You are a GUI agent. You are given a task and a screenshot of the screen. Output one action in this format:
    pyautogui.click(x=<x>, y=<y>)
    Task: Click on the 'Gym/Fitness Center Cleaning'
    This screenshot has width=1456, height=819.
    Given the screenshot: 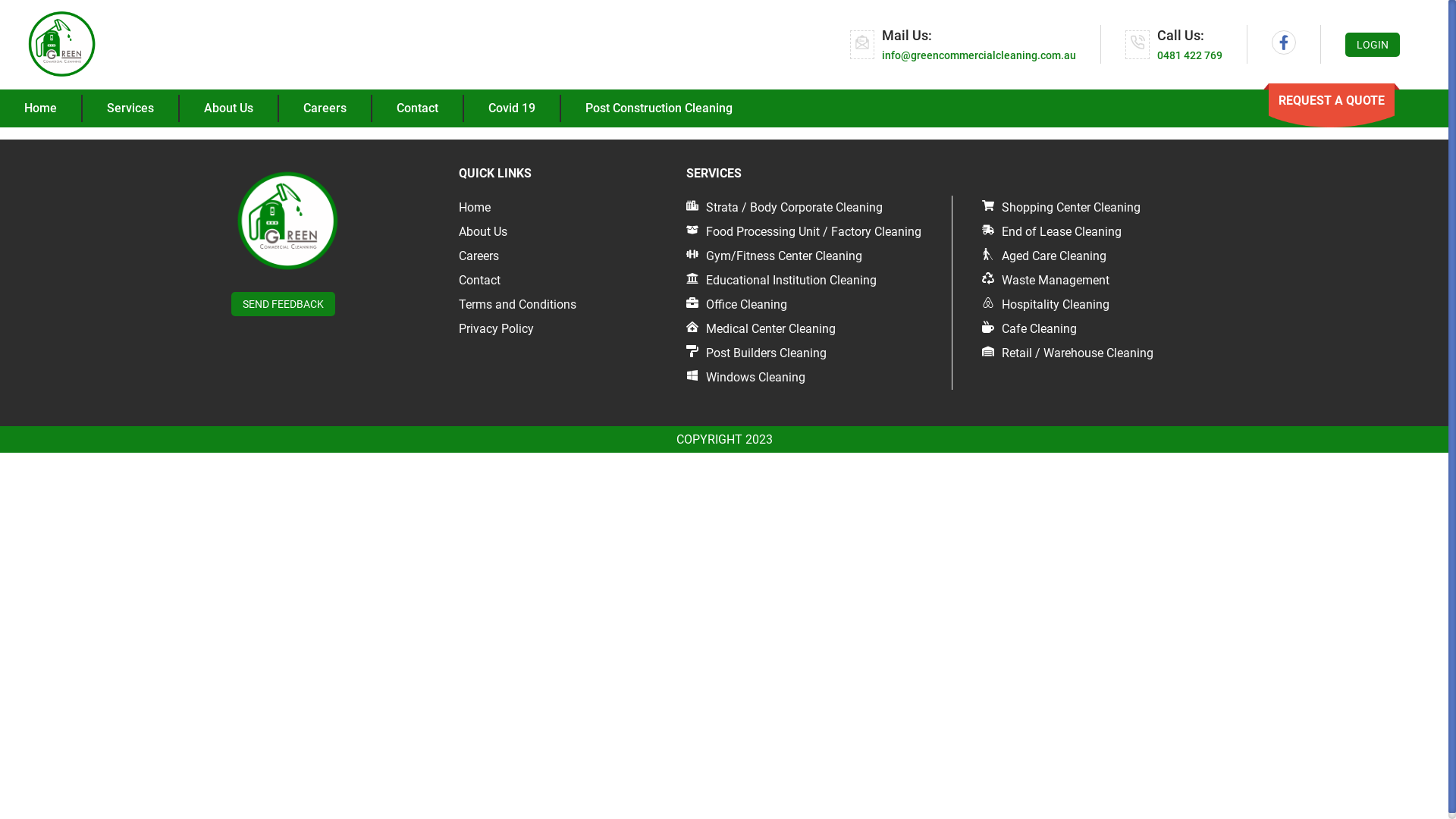 What is the action you would take?
    pyautogui.click(x=774, y=255)
    